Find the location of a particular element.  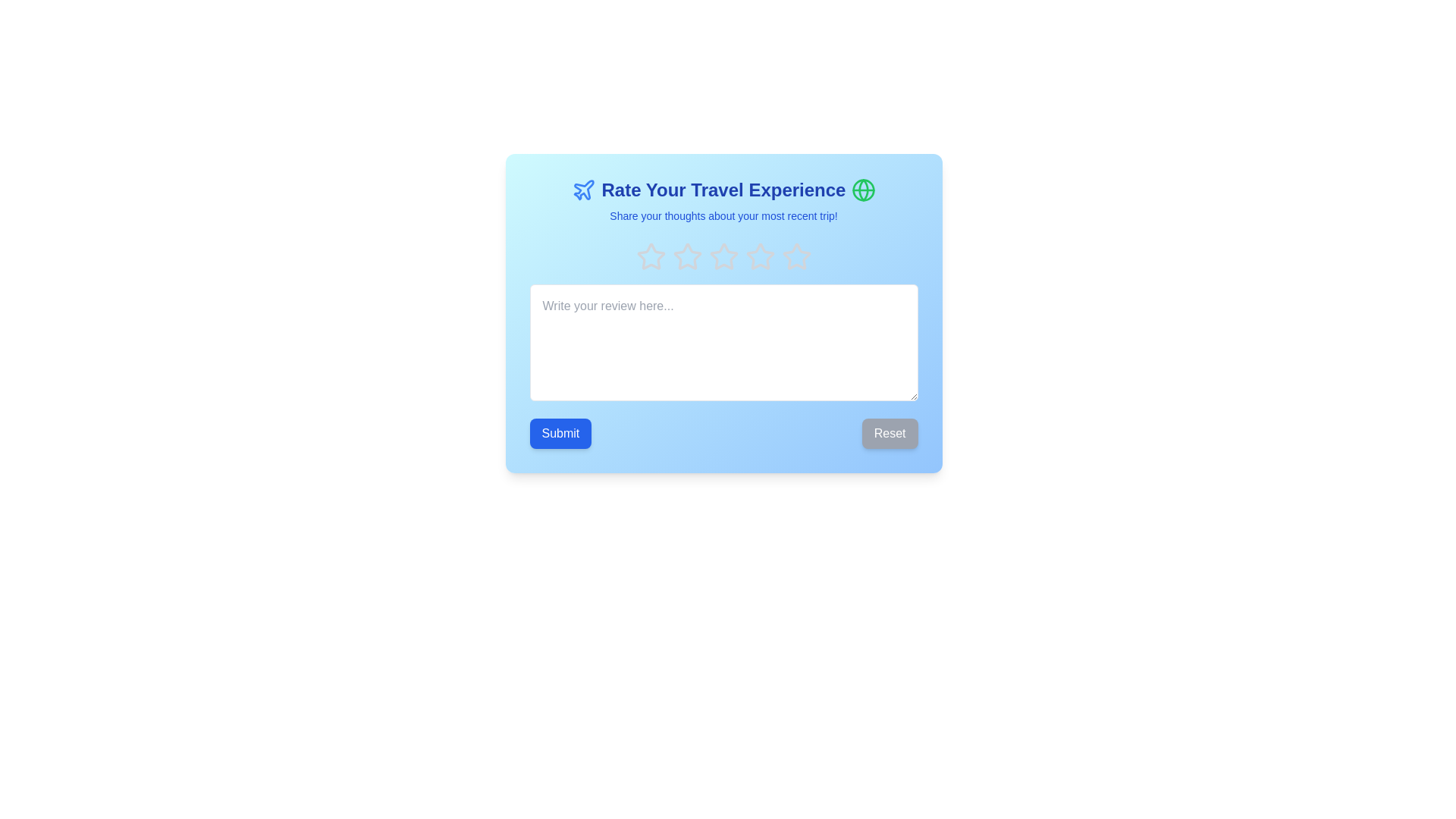

the first star icon for rating is located at coordinates (651, 256).